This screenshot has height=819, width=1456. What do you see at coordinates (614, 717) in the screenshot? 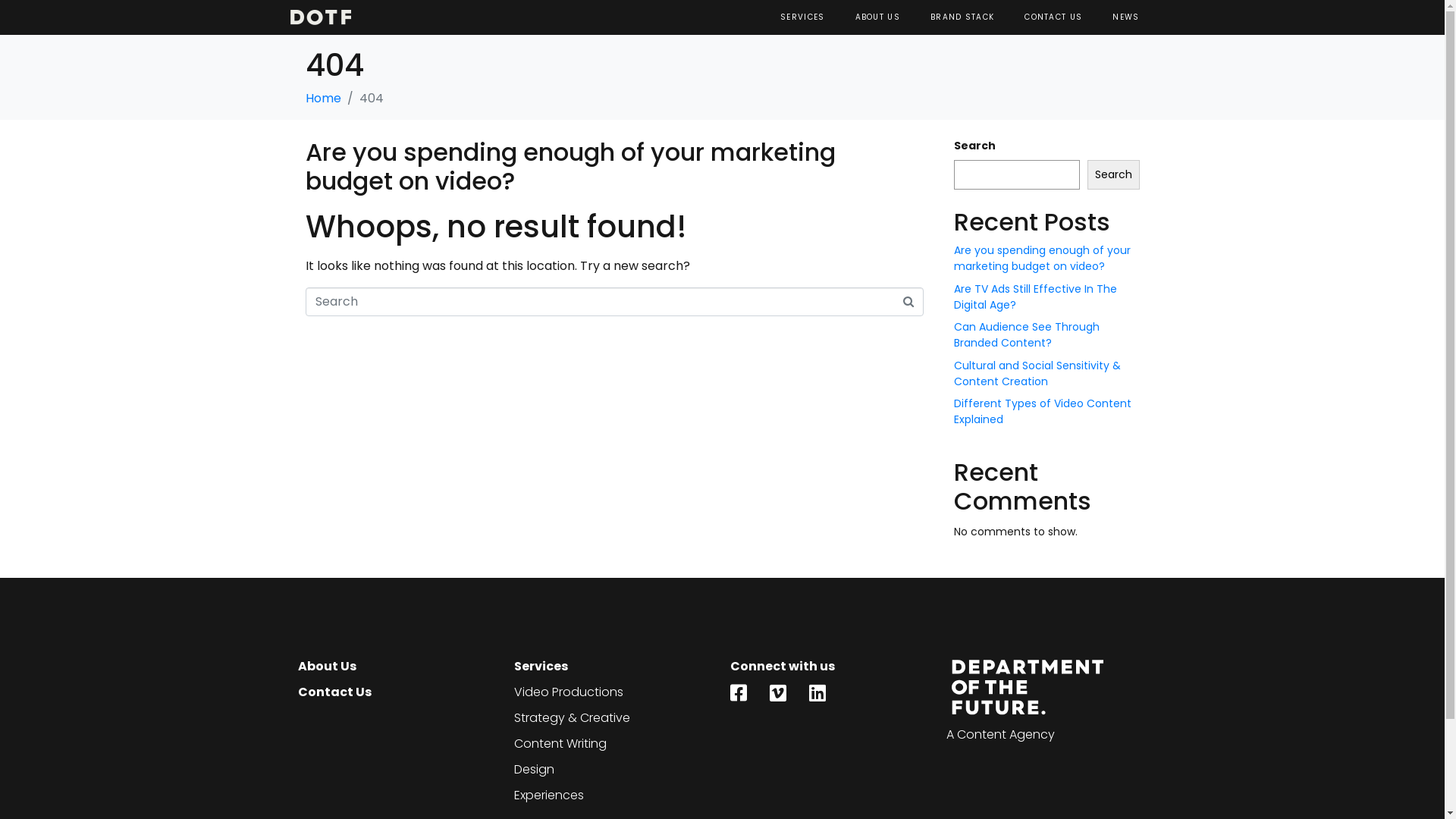
I see `'Strategy & Creative'` at bounding box center [614, 717].